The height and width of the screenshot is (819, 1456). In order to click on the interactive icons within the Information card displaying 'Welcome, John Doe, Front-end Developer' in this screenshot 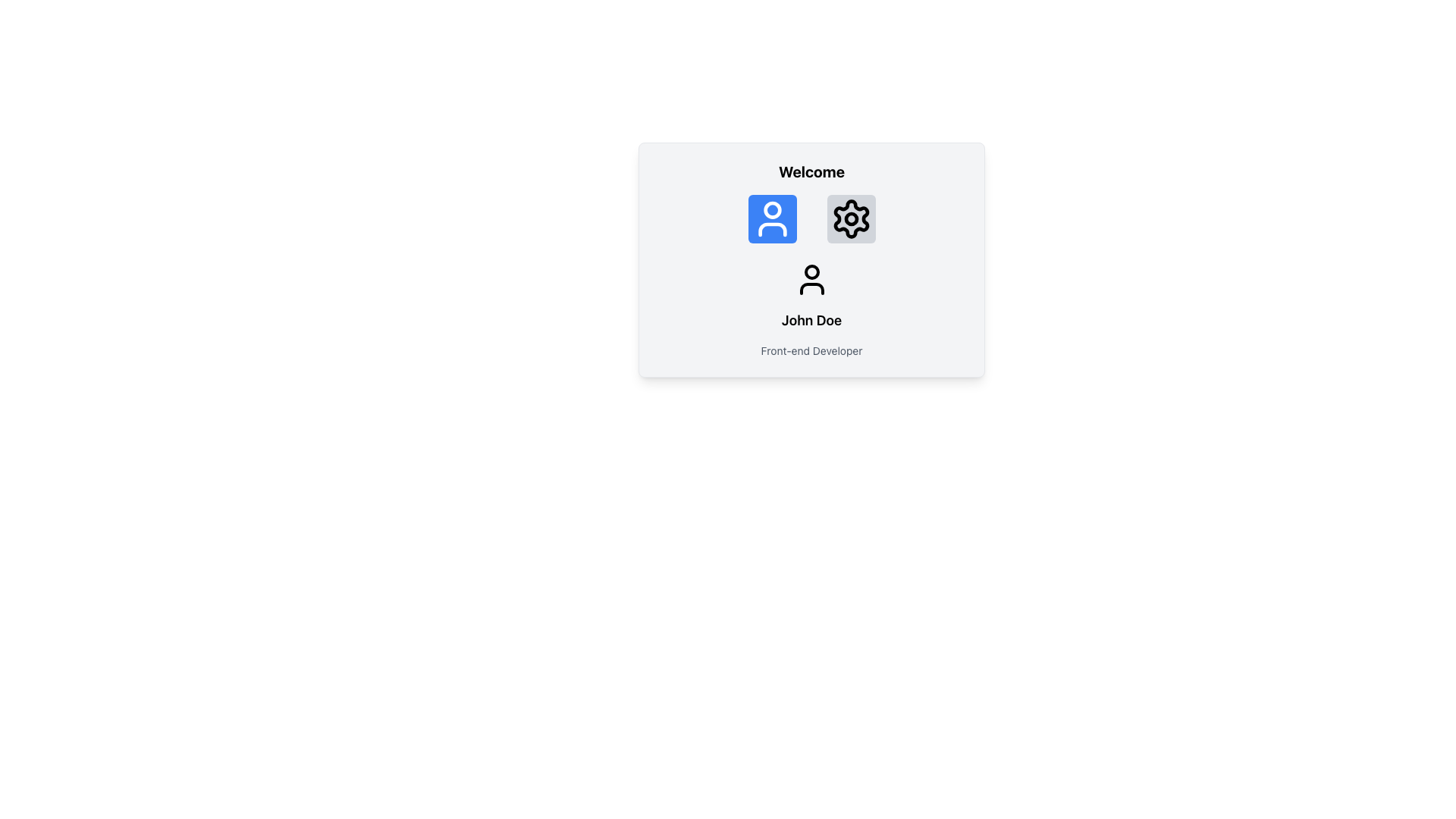, I will do `click(811, 259)`.